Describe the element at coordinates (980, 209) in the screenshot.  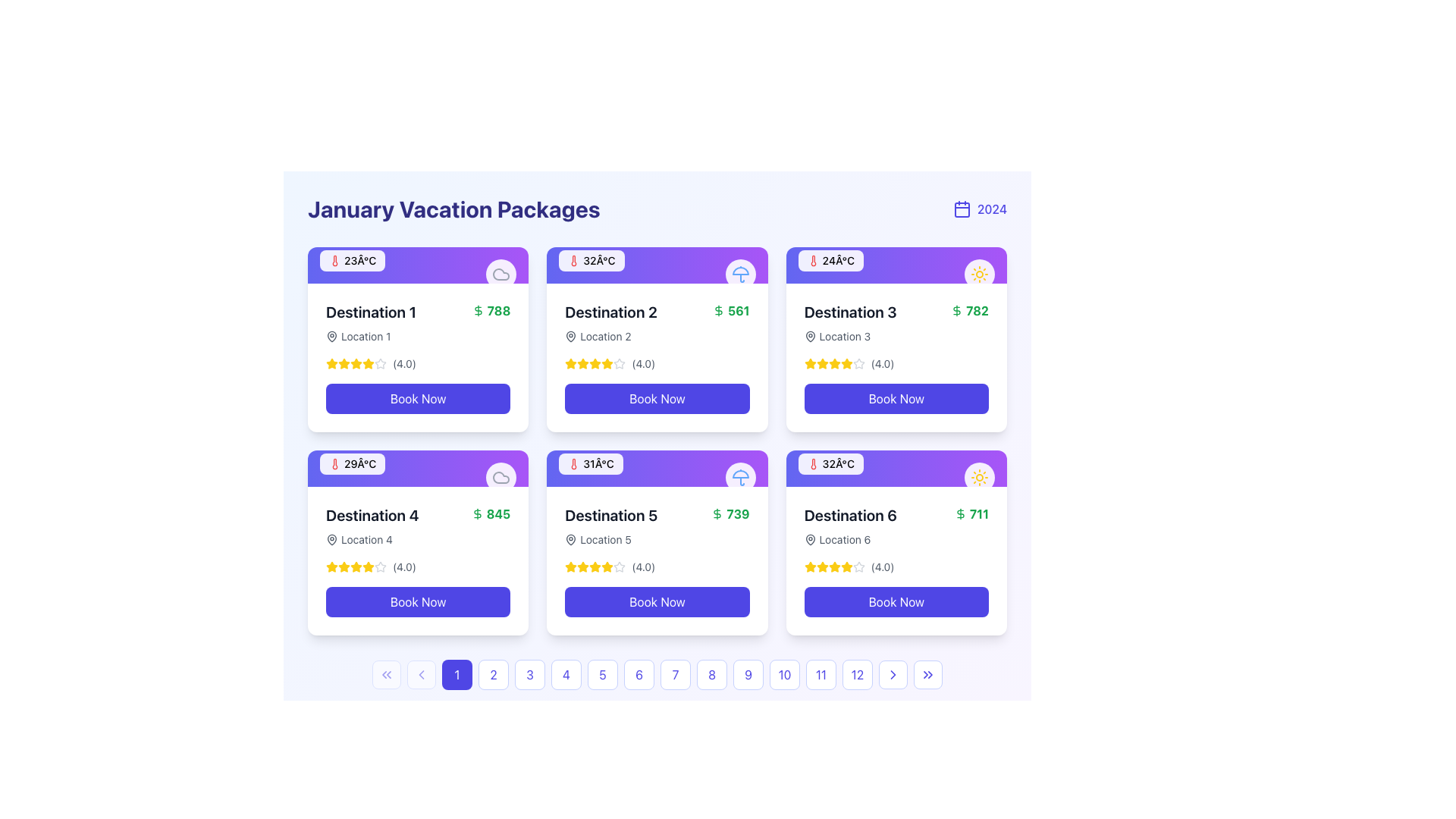
I see `the visual indicator element displaying the year '2024', located in the top-right corner of the interface, aligned with the 'January Vacation Packages' header` at that location.